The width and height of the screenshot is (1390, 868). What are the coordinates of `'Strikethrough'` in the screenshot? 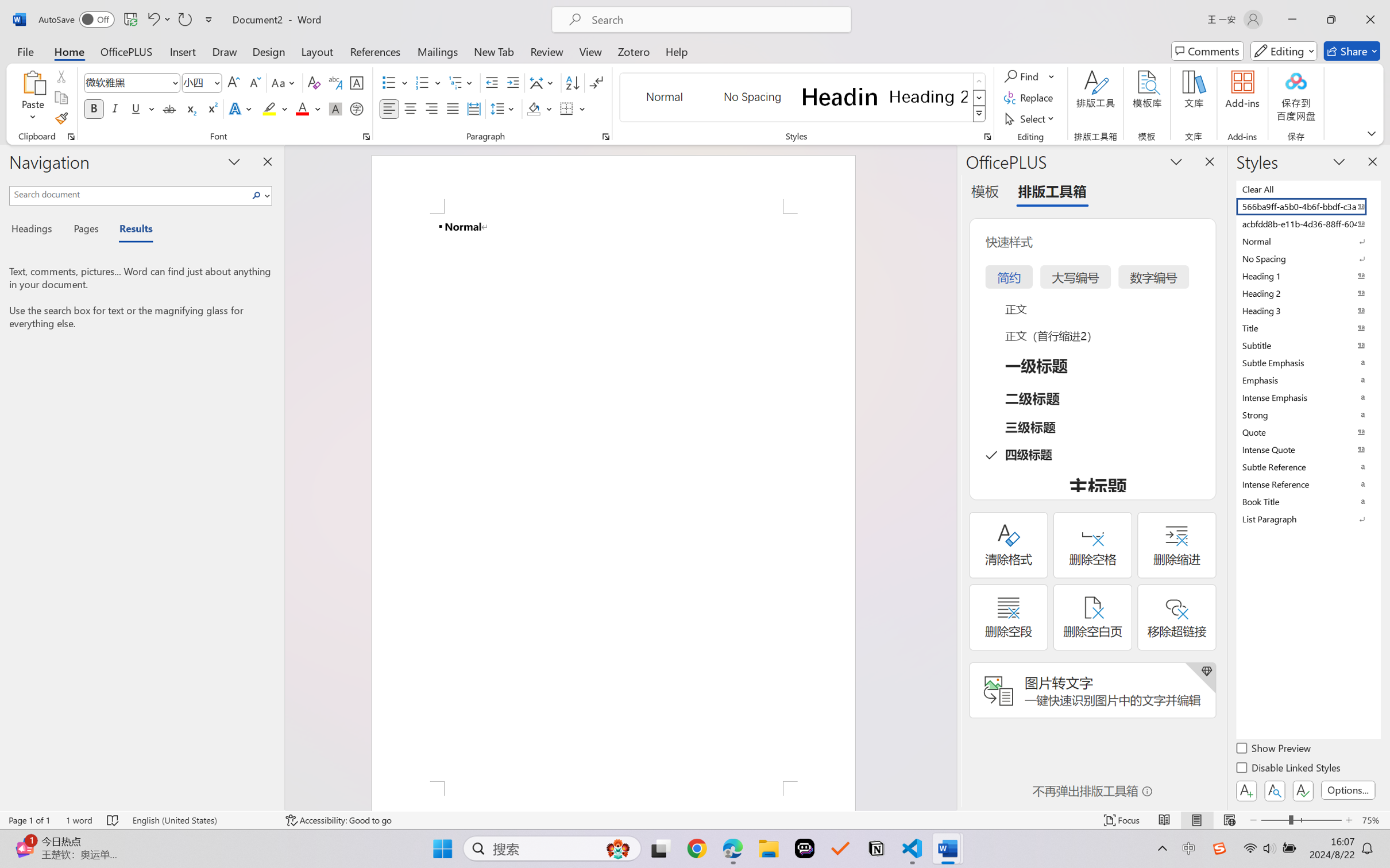 It's located at (169, 108).